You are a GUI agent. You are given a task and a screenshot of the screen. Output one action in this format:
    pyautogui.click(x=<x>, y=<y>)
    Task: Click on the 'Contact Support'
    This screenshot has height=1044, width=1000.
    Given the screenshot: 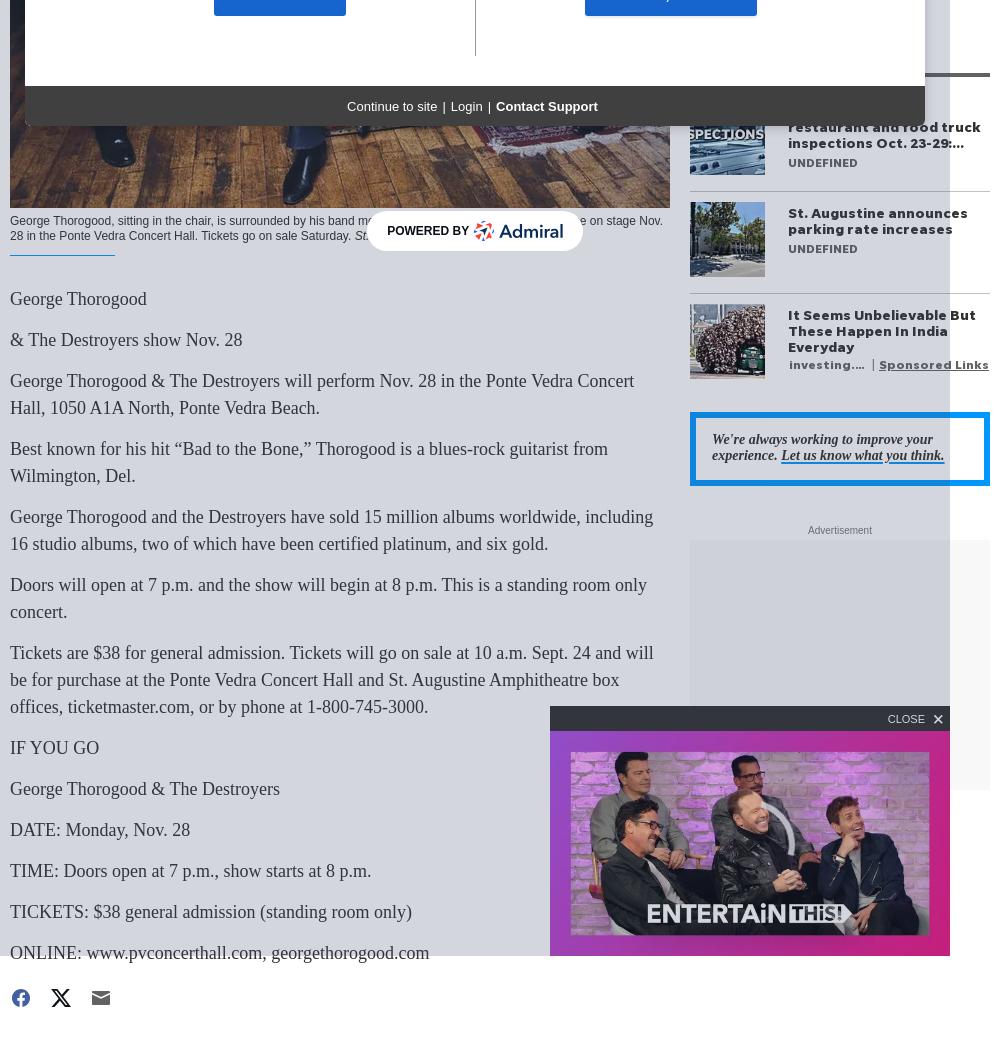 What is the action you would take?
    pyautogui.click(x=546, y=108)
    